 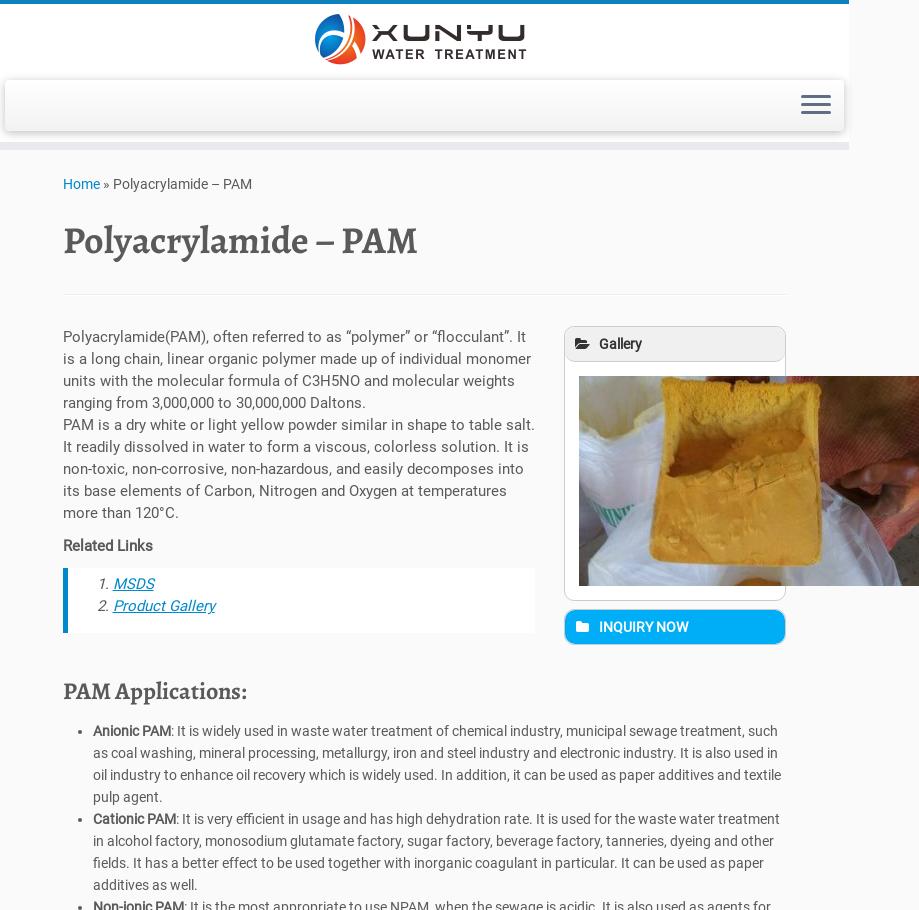 What do you see at coordinates (62, 375) in the screenshot?
I see `'Polyacrylamide(PAM), often referred to as “polymer” or “flocculant”. It is a long chain, linear organic polymer made up of individual monomer units with the molecular formula of C3H5NO and molecular weights ranging from 3,000,000 to 30,000,000 Daltons.'` at bounding box center [62, 375].